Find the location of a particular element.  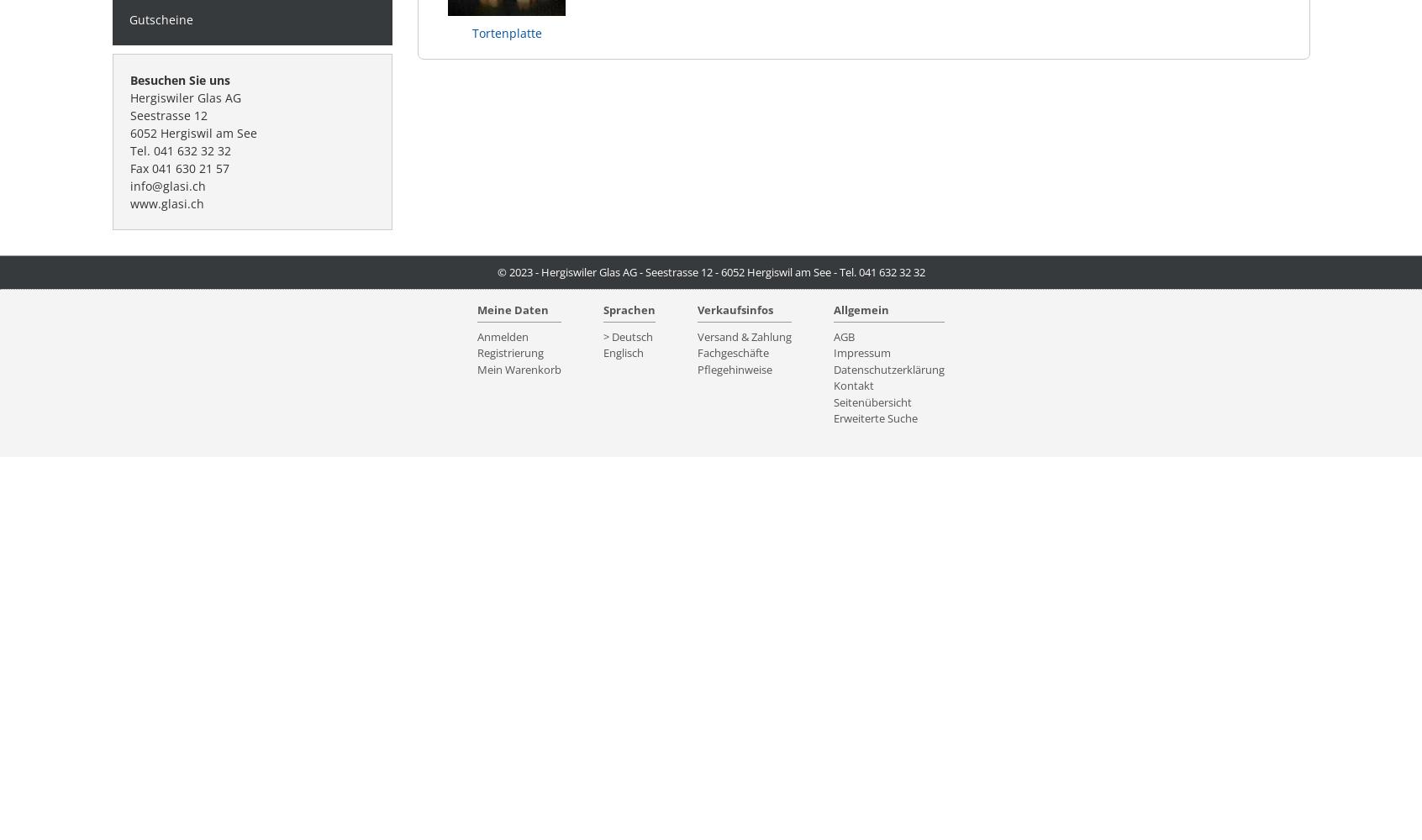

'Gutscheine' is located at coordinates (160, 18).